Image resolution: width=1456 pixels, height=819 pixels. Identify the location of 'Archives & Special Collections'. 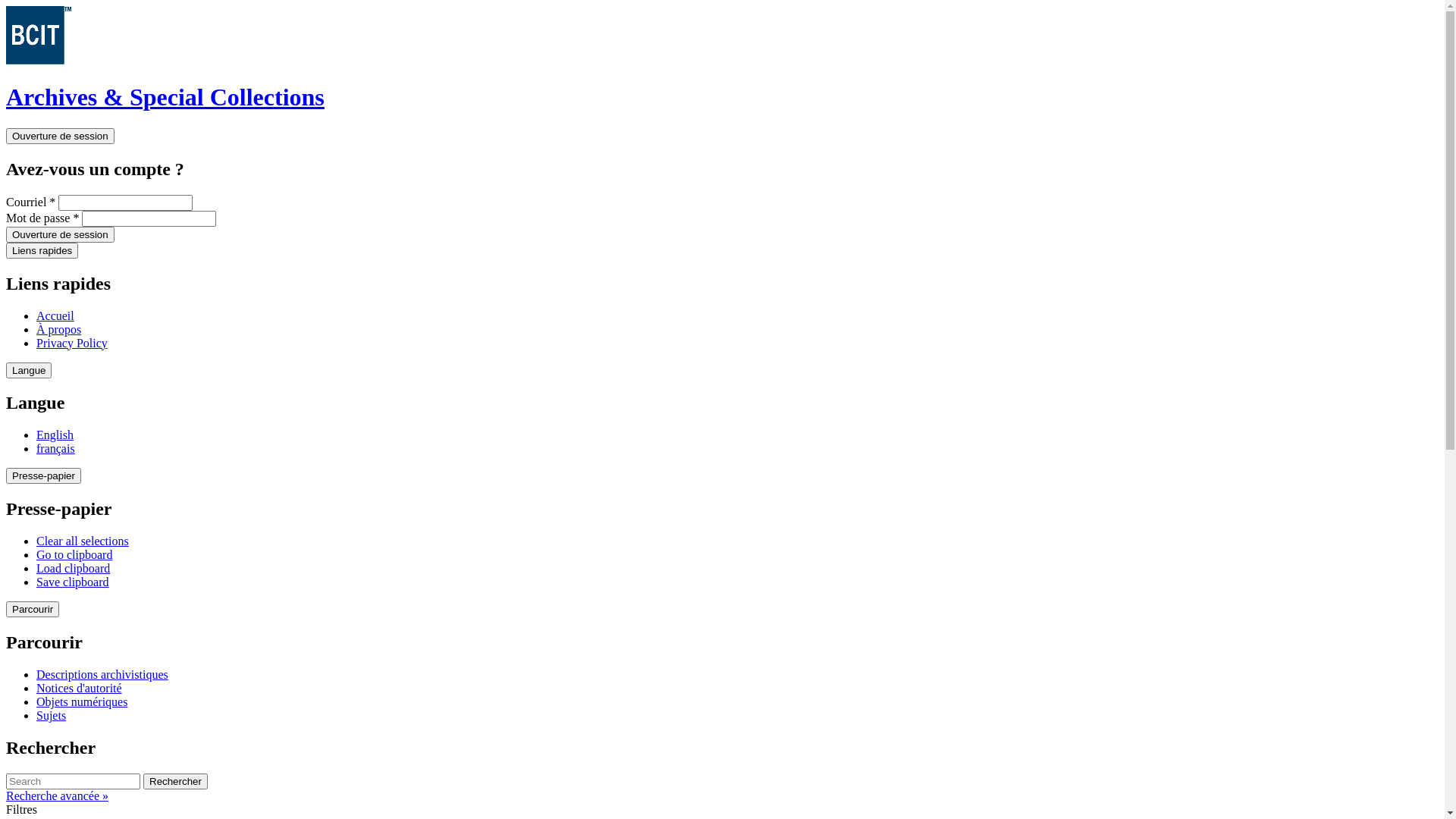
(165, 96).